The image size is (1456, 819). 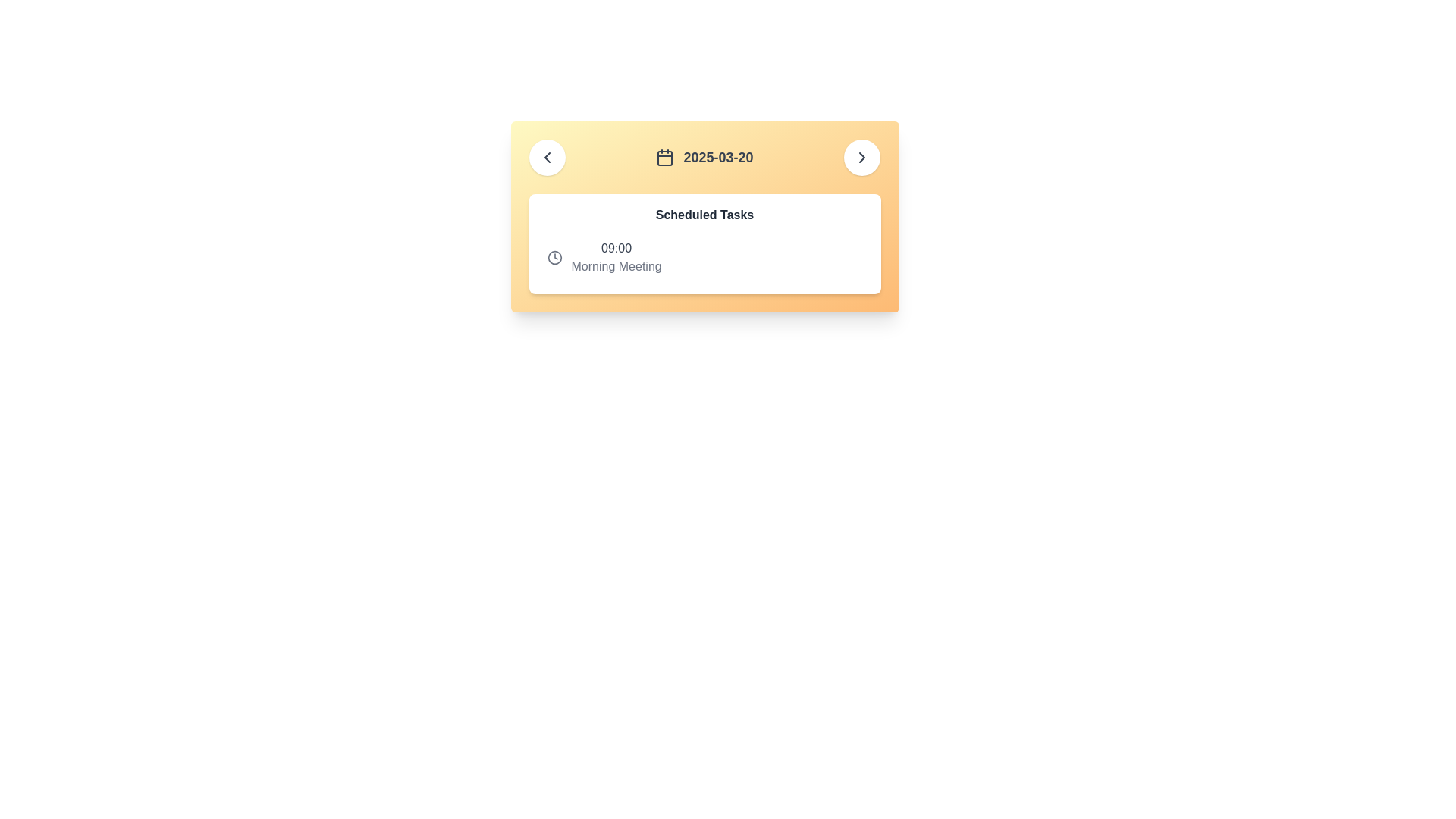 What do you see at coordinates (665, 158) in the screenshot?
I see `the Icon sub-component, a smaller rounded rectangle within the calendar icon, if it is enabled` at bounding box center [665, 158].